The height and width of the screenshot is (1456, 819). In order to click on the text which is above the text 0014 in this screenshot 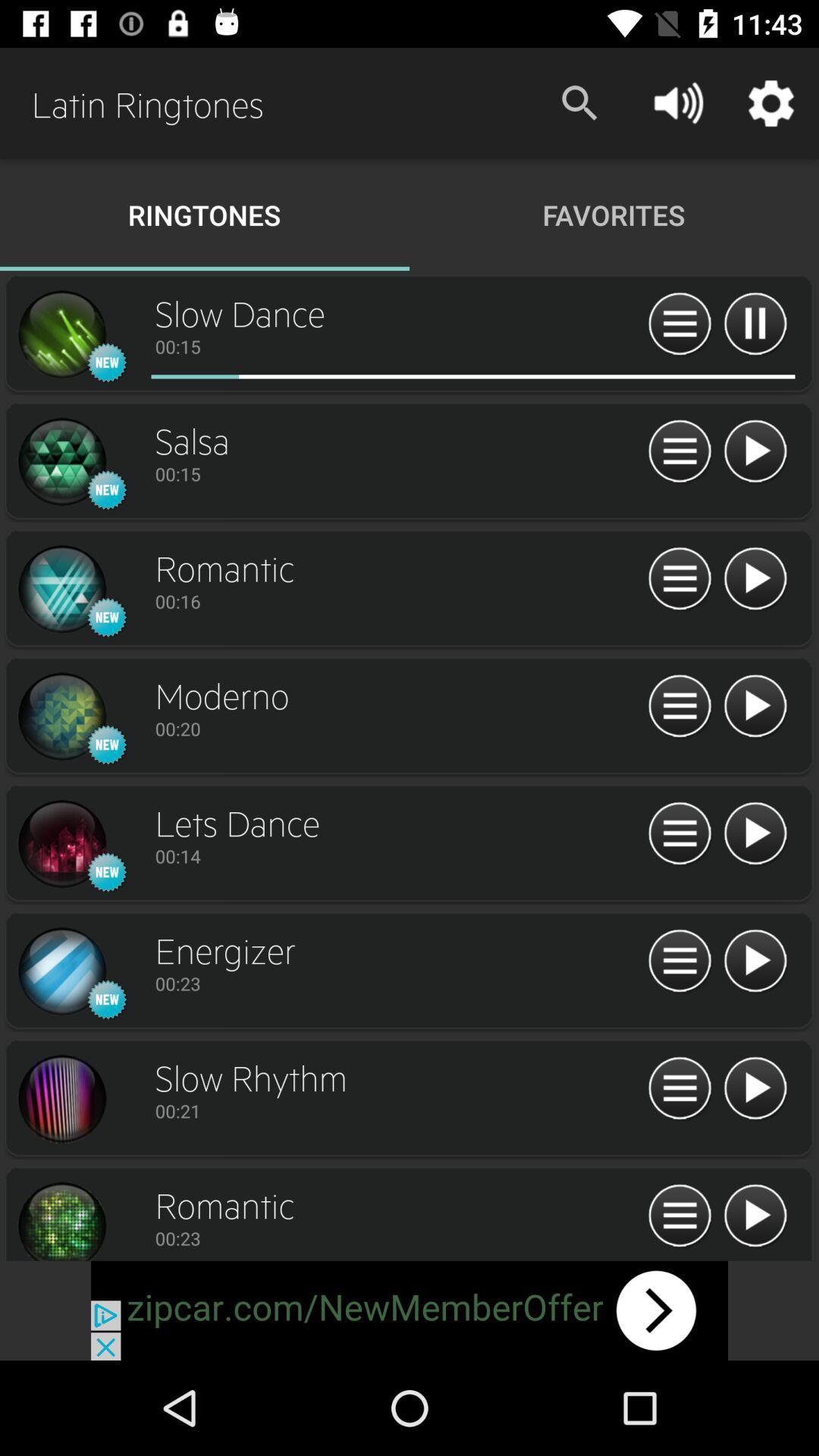, I will do `click(397, 821)`.